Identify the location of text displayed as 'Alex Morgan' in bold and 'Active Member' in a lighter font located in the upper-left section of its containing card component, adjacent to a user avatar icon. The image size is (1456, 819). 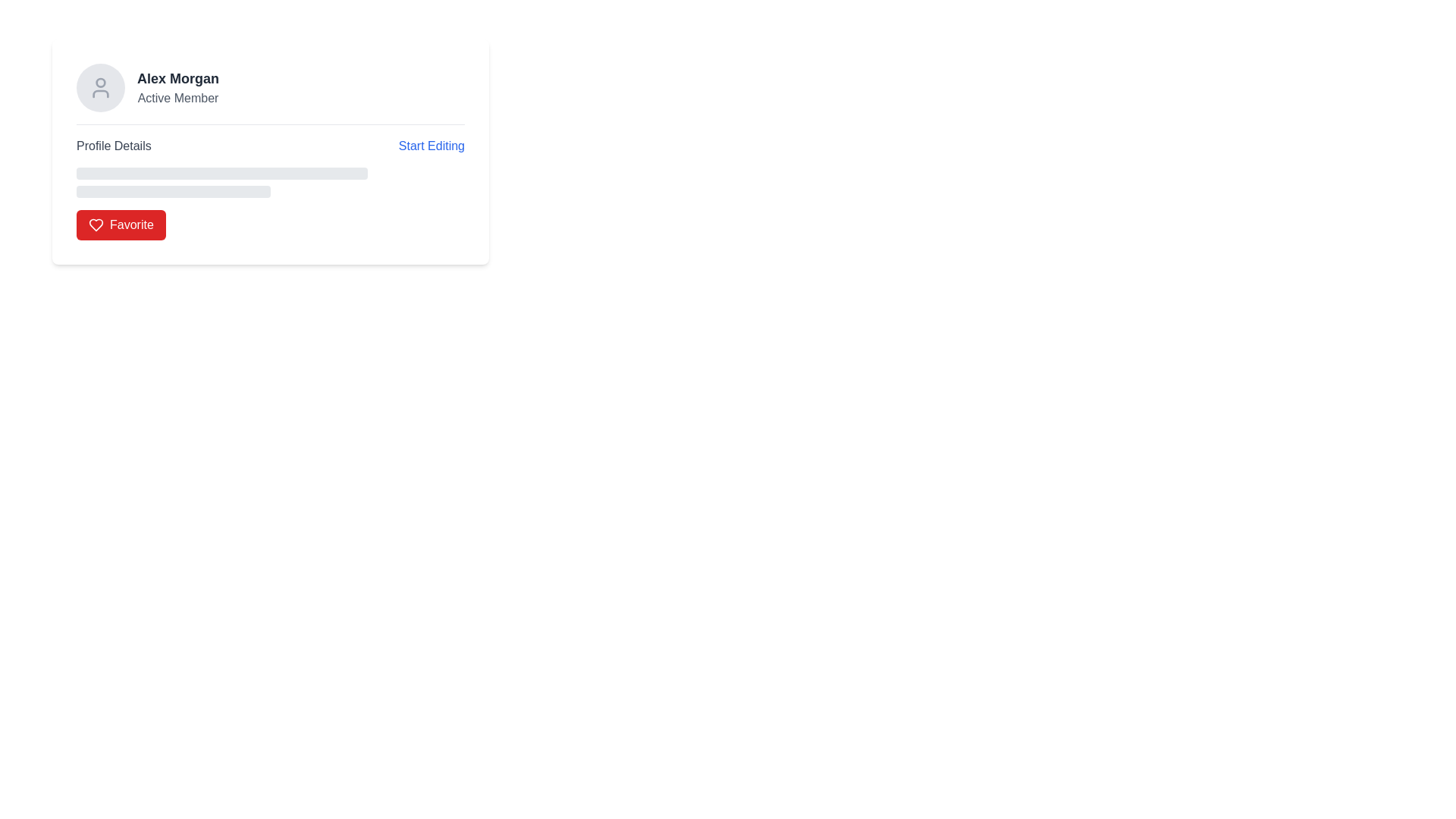
(178, 87).